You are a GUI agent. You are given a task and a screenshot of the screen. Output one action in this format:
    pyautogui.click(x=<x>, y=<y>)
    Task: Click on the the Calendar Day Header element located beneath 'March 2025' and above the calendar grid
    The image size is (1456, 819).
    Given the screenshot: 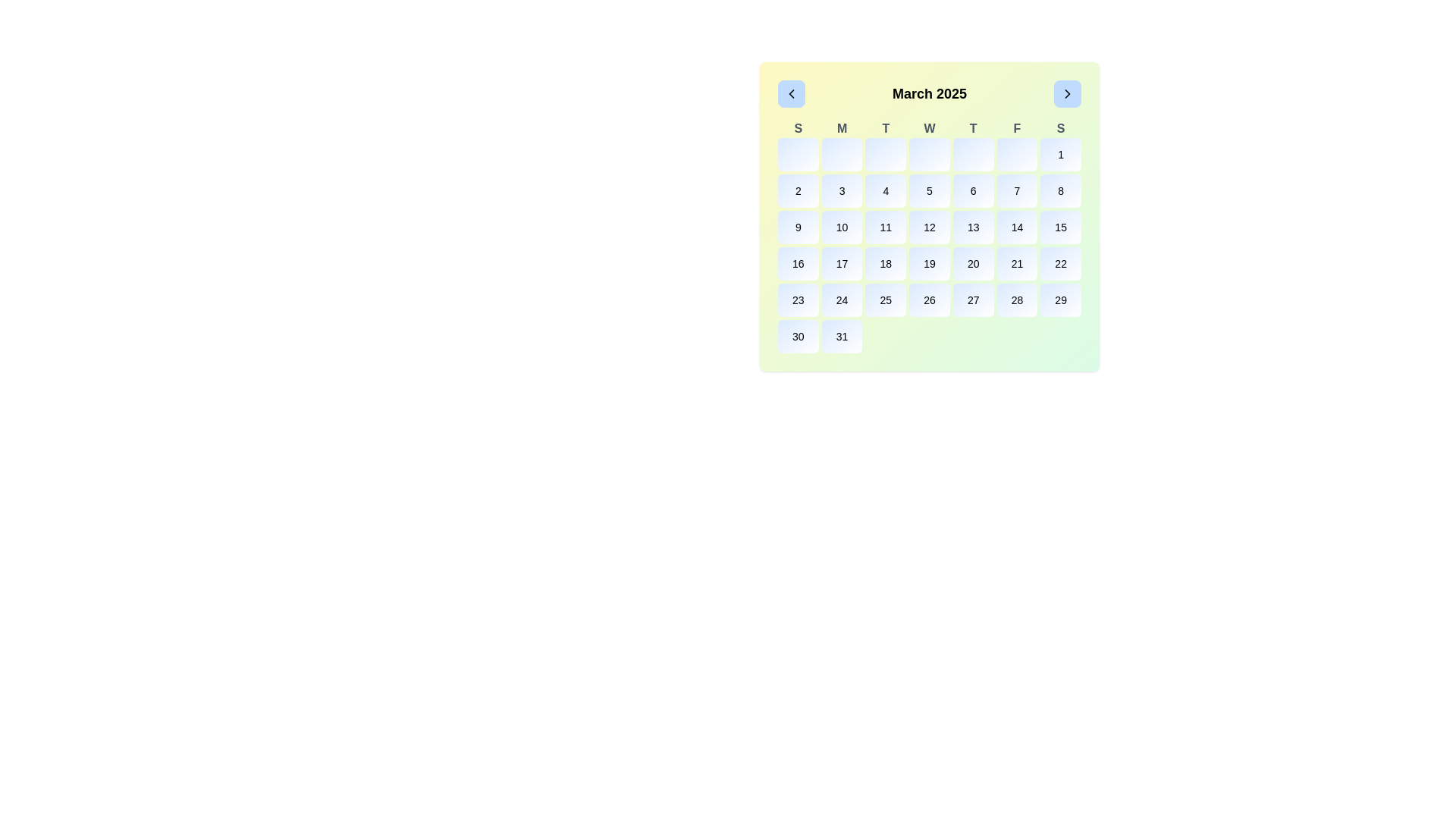 What is the action you would take?
    pyautogui.click(x=928, y=127)
    